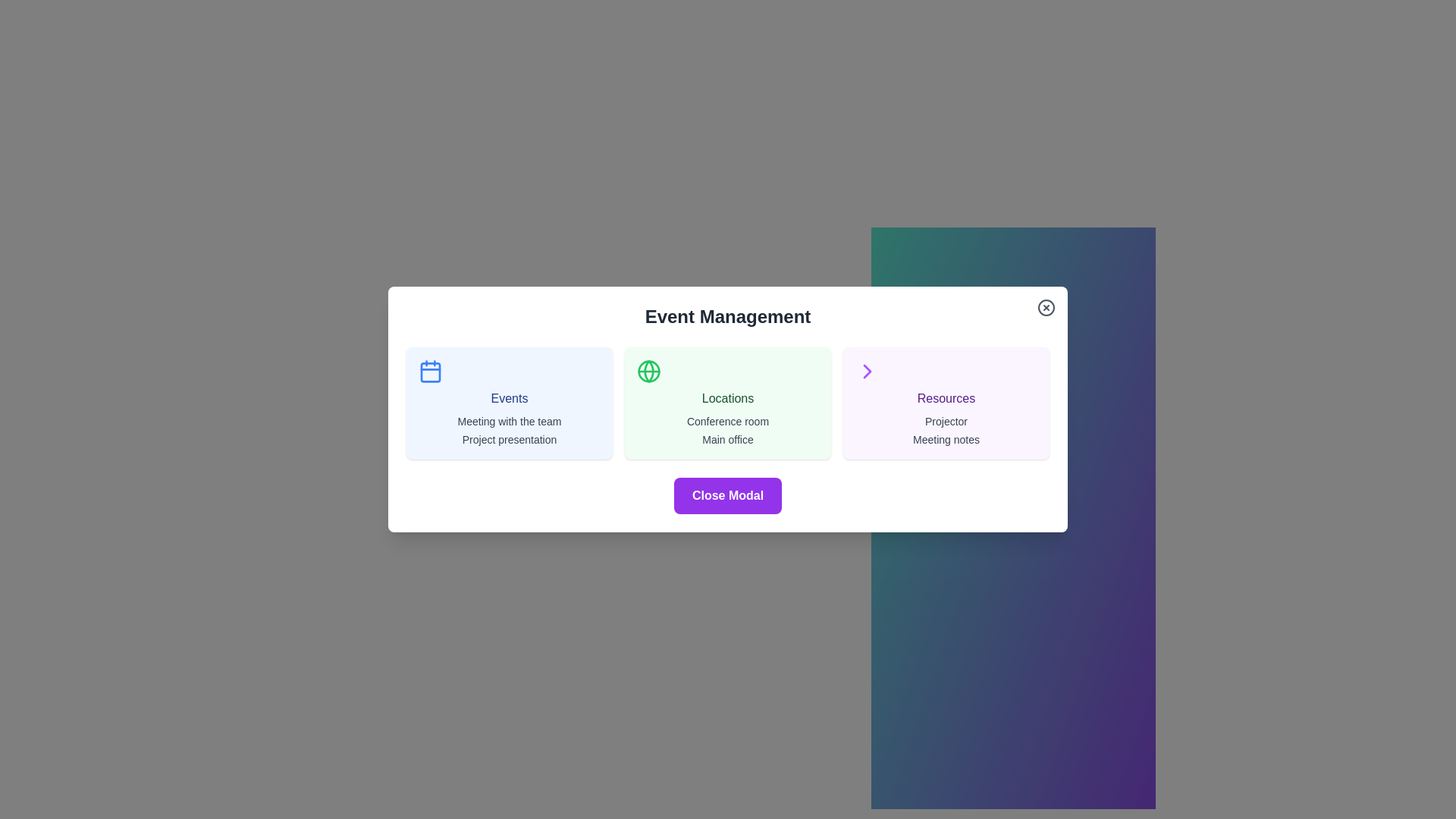  I want to click on the blue rectangular shape with rounded corners inside the calendar icon labeled 'Events' located in the leftmost section of the icon row, so click(429, 372).